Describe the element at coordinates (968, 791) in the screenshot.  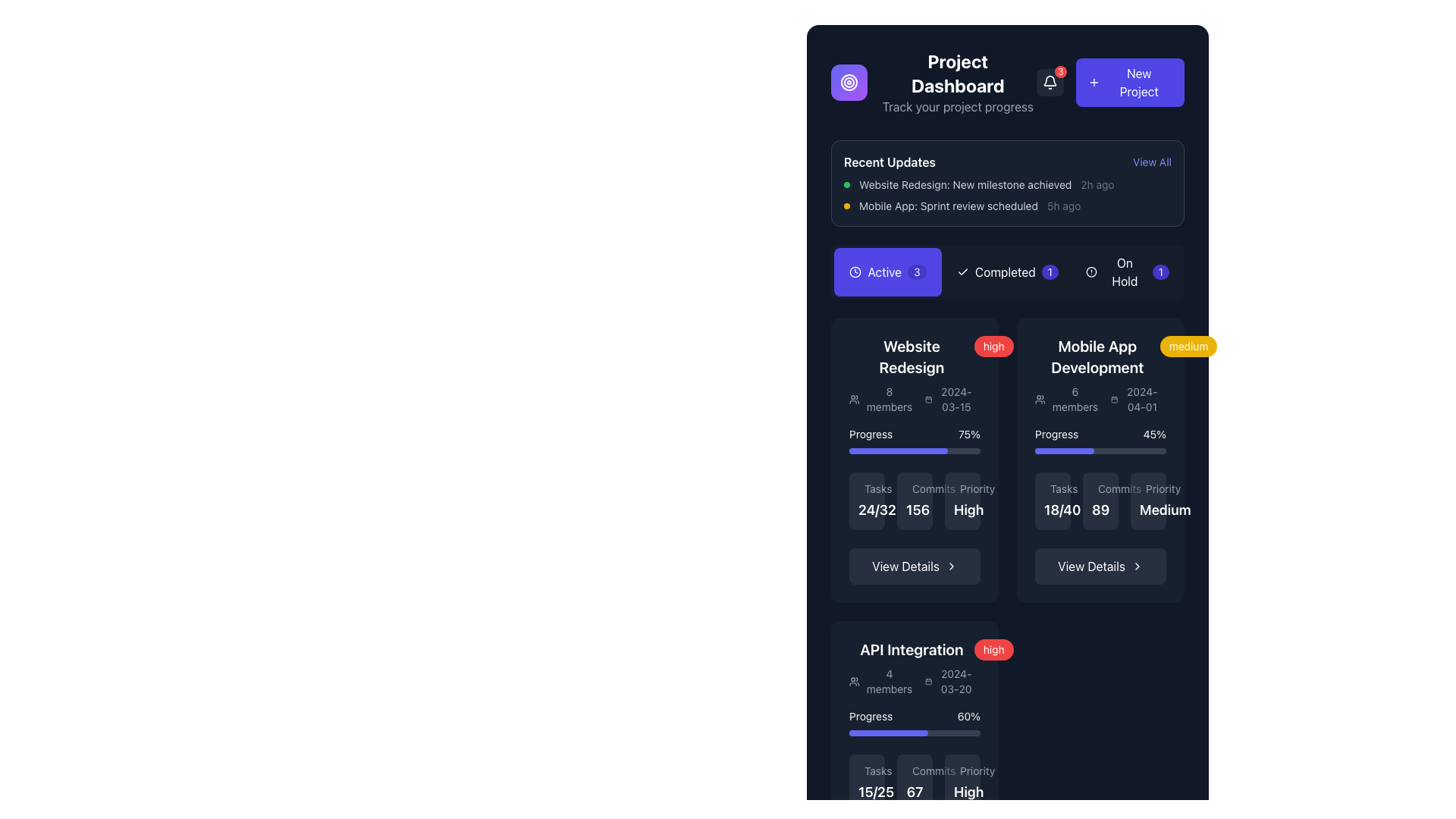
I see `the informational text label indicating the priority level of the 'API Integration' project, located at the bottom of the card to the right of the progress bar` at that location.